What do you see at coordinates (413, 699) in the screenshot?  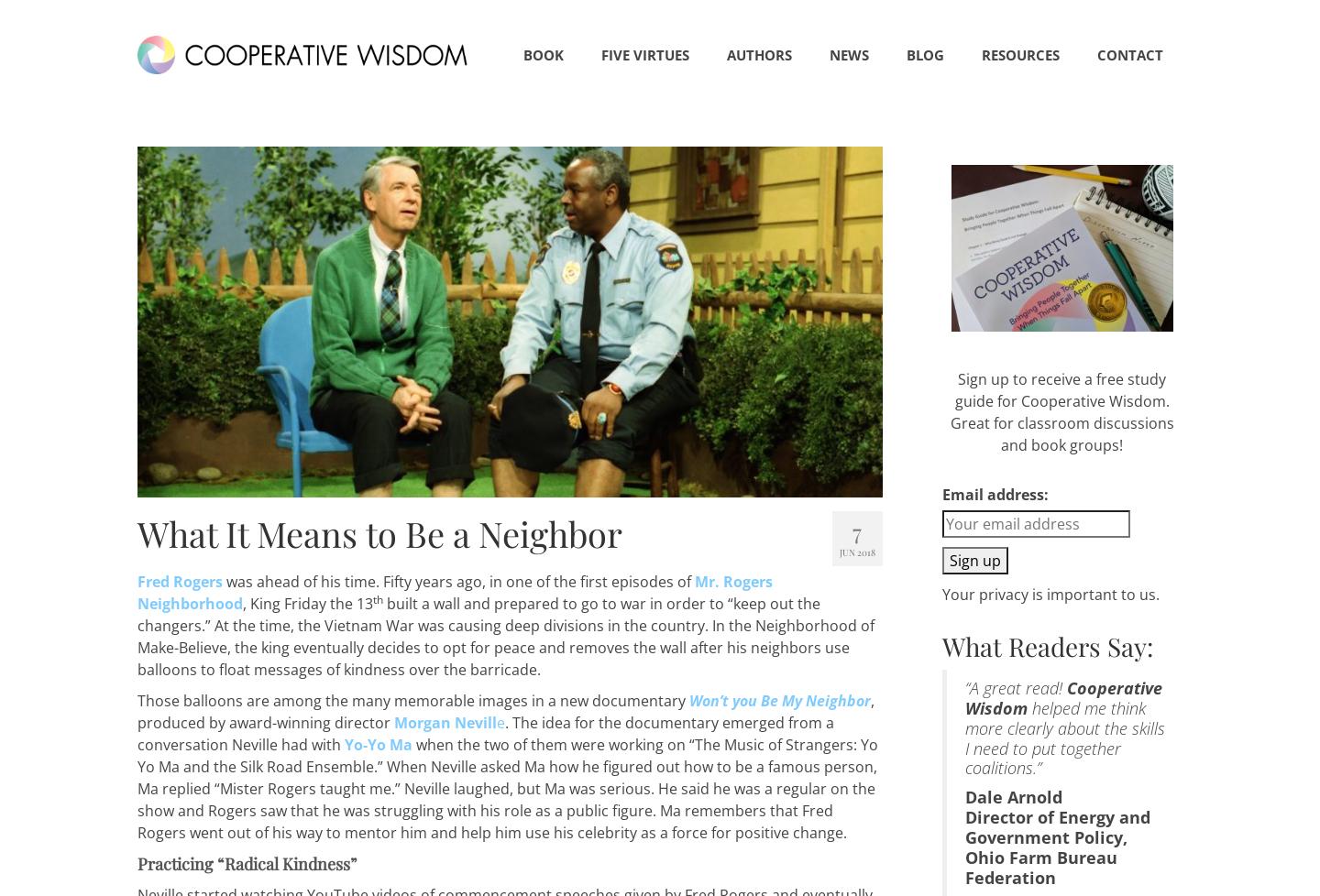 I see `'Those balloons are among the many memorable images in a new documentary'` at bounding box center [413, 699].